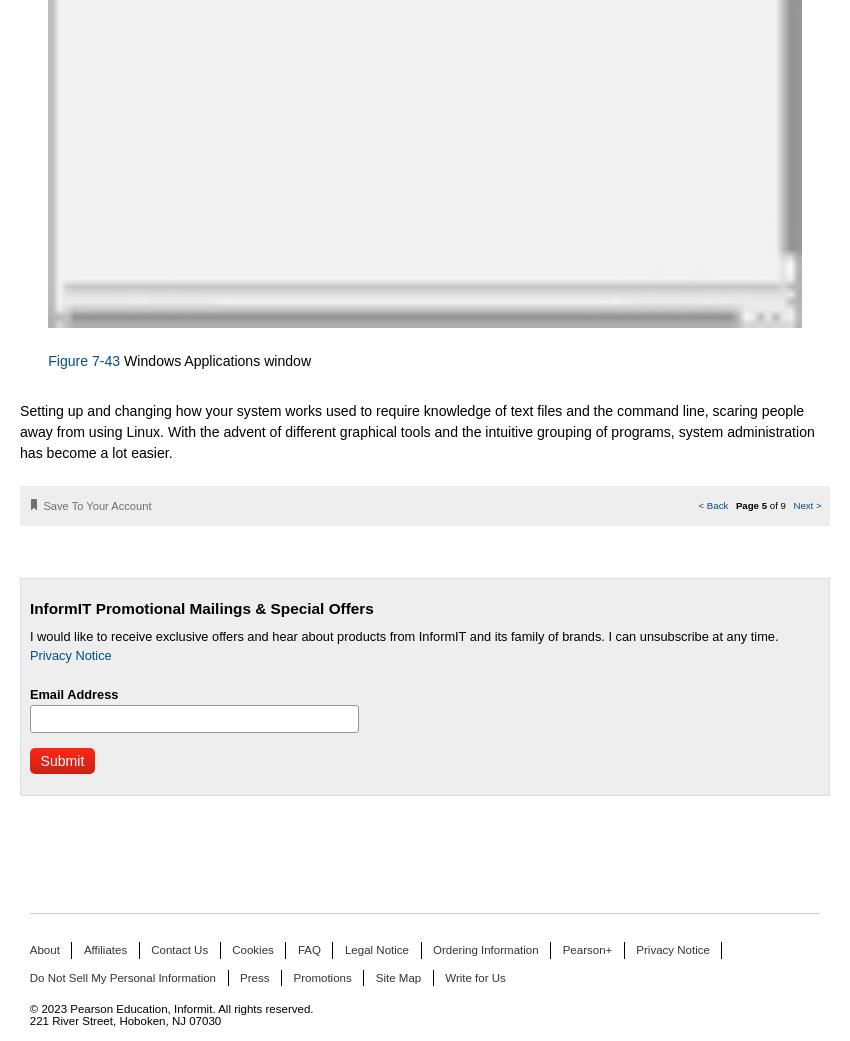  Describe the element at coordinates (417, 429) in the screenshot. I see `'Setting up and changing how your system works used to require knowledge of text files and the command line, scaring people away from using Linux. With the advent of different graphical tools and the intuitive grouping of programs, system administration has become a lot easier.'` at that location.